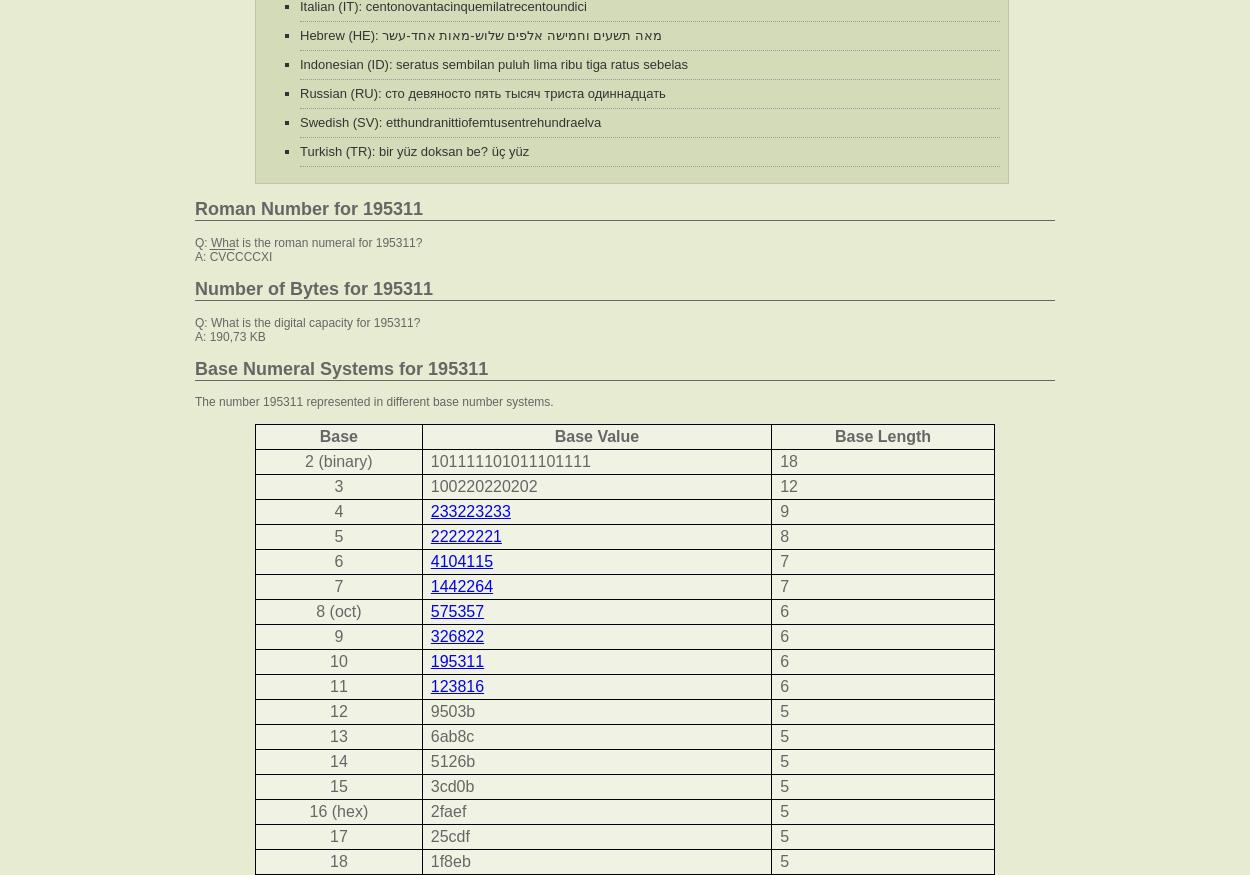  Describe the element at coordinates (333, 510) in the screenshot. I see `'4'` at that location.